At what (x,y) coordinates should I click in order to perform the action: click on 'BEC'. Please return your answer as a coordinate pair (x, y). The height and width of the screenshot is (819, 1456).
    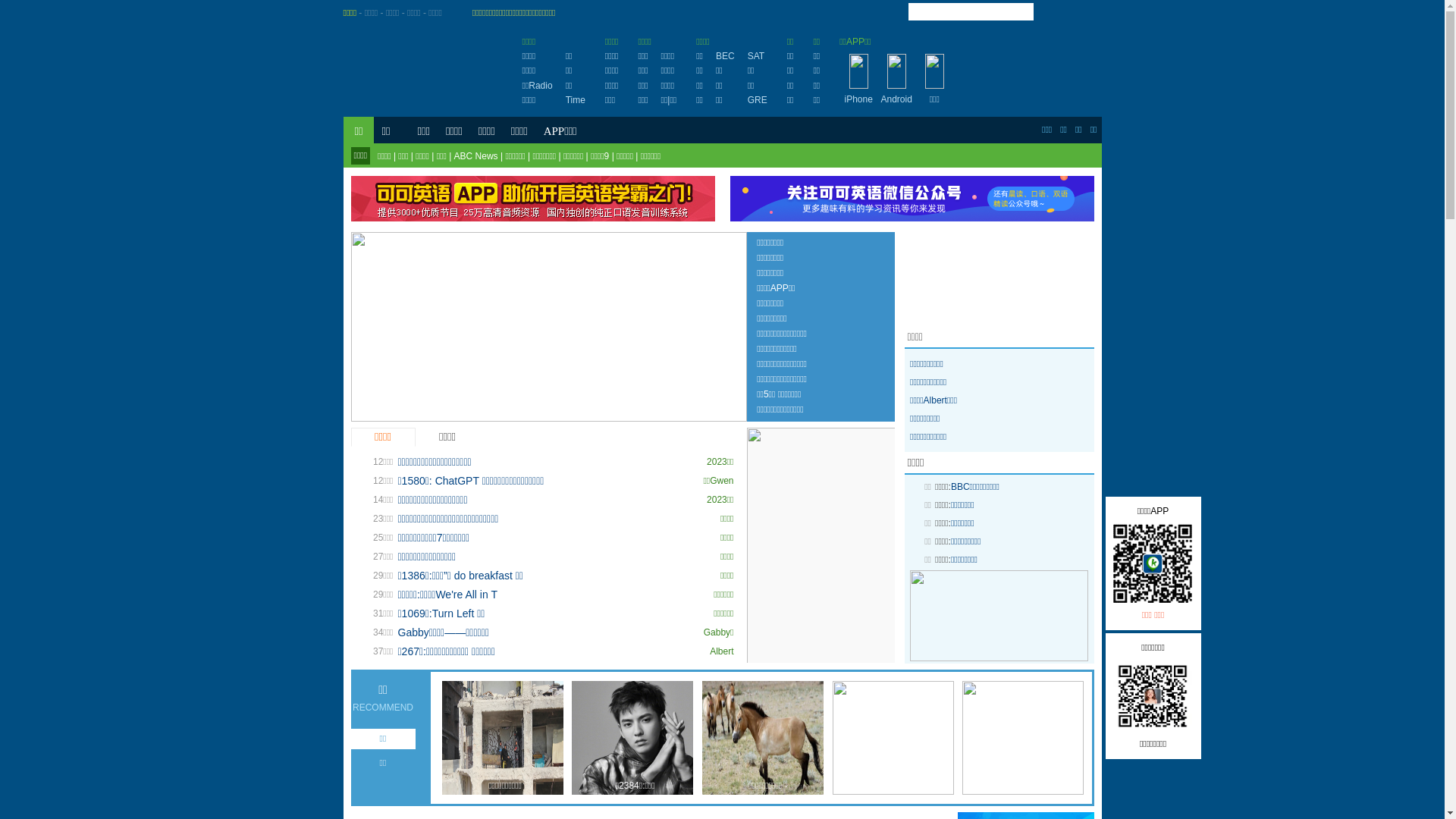
    Looking at the image, I should click on (724, 55).